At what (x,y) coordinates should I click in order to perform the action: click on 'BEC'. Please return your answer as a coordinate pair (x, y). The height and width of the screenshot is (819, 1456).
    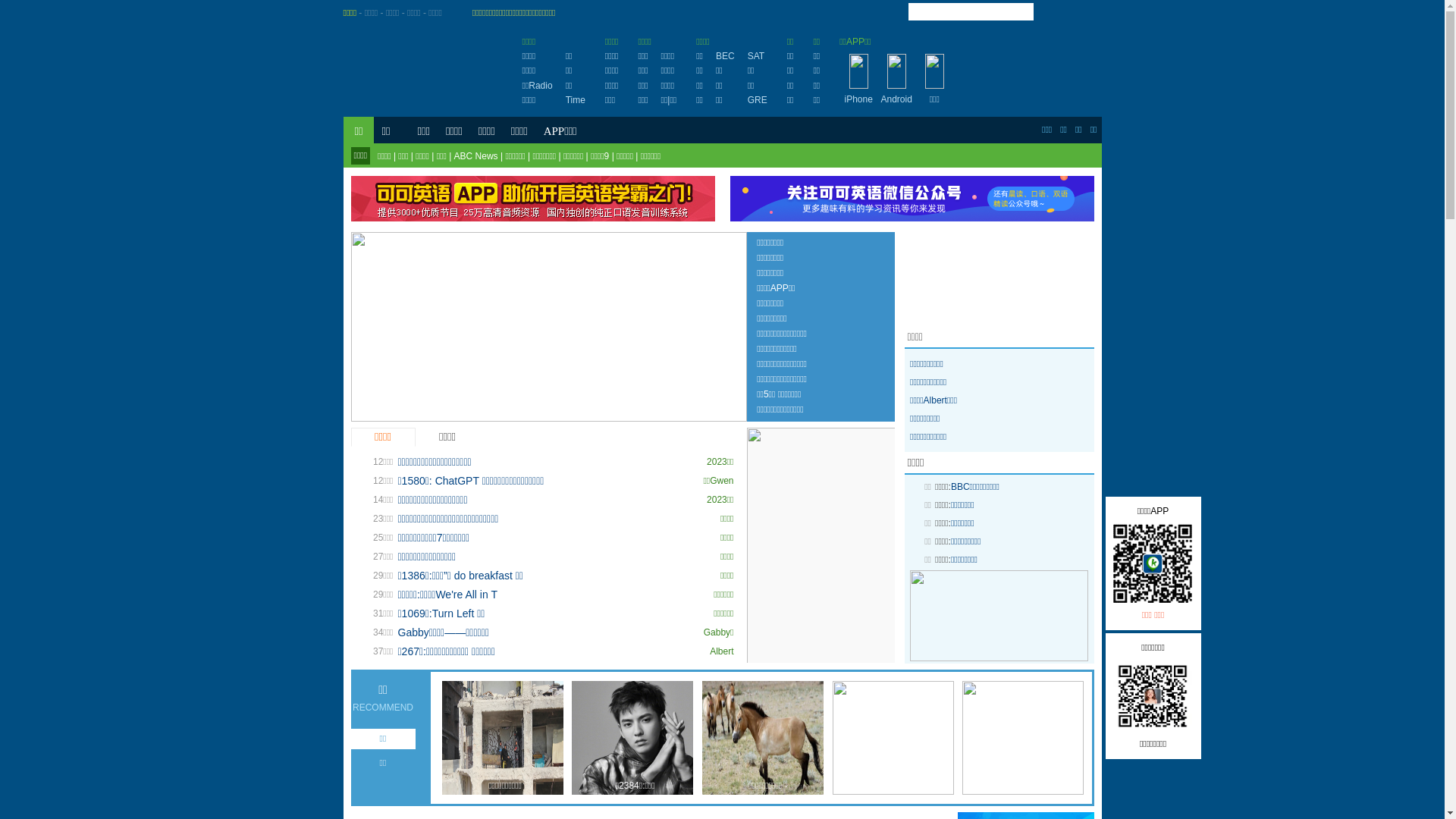
    Looking at the image, I should click on (724, 55).